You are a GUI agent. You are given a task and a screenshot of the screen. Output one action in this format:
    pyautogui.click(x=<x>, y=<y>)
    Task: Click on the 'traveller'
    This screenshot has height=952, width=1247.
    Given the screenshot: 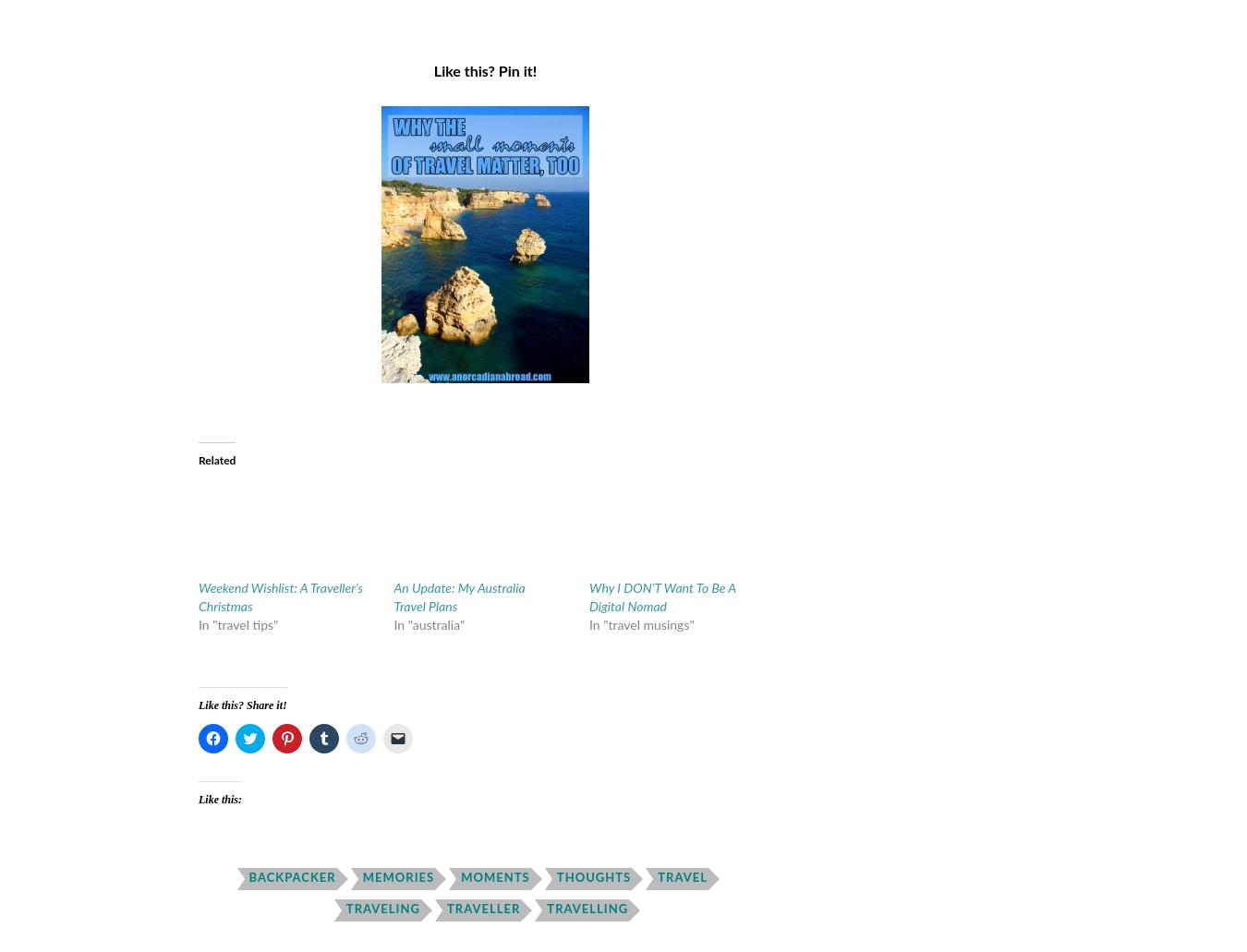 What is the action you would take?
    pyautogui.click(x=481, y=908)
    